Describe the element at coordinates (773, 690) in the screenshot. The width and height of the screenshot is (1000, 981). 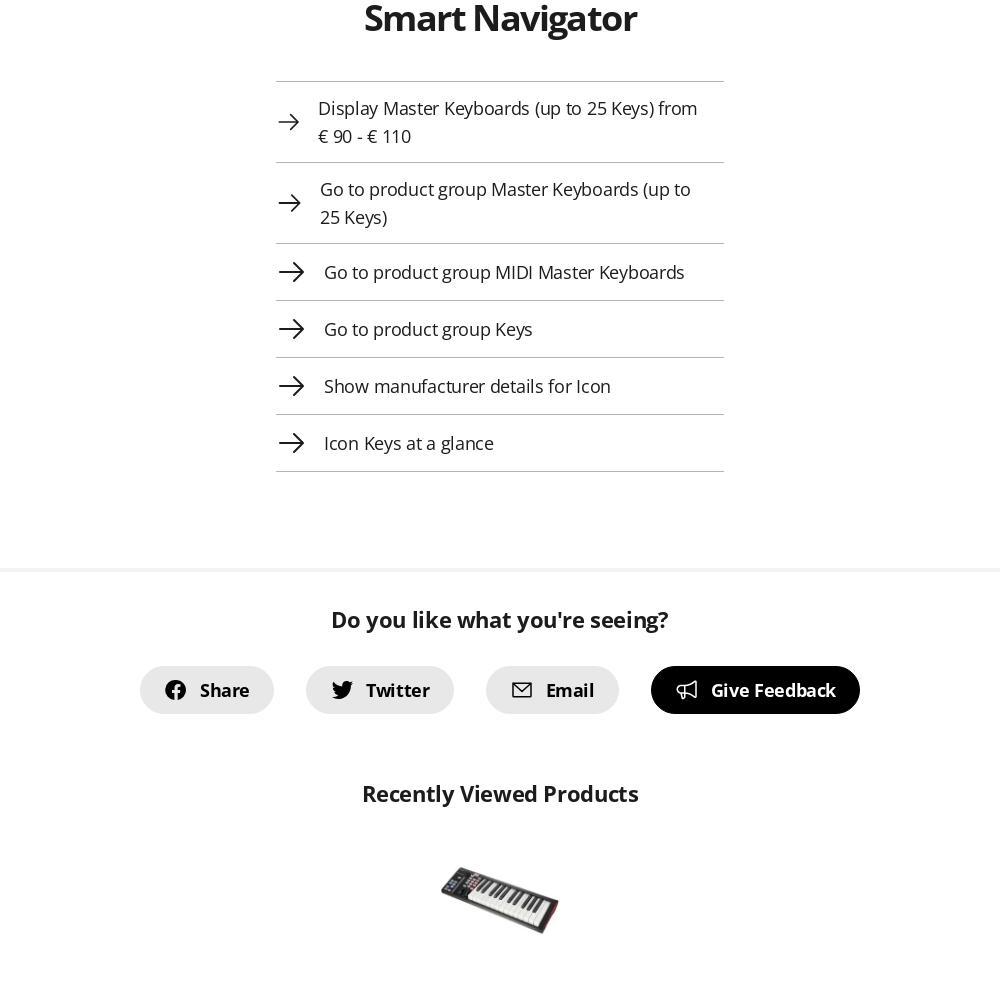
I see `'Give Feedback'` at that location.